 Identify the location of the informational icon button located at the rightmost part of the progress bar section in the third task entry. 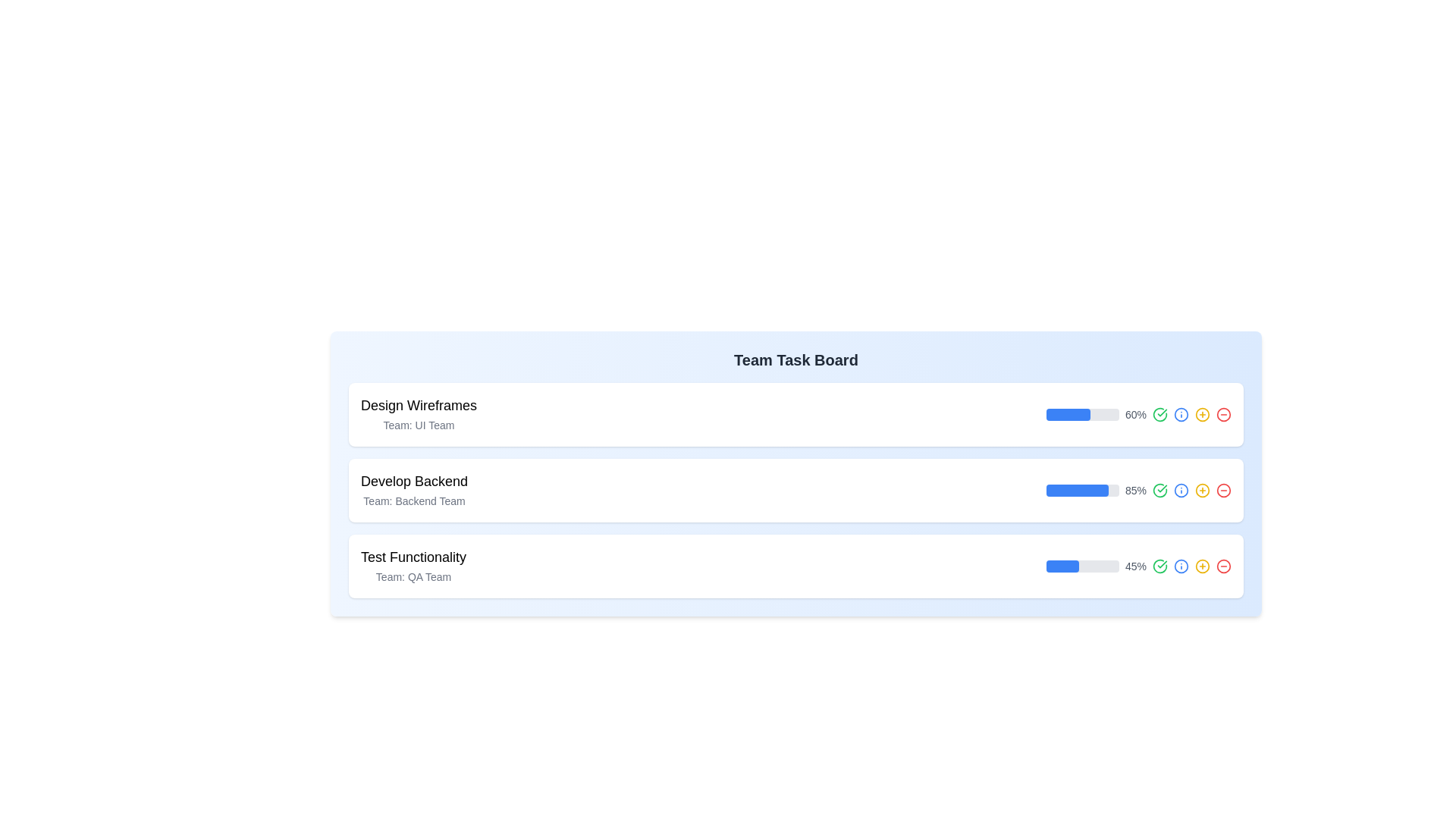
(1181, 566).